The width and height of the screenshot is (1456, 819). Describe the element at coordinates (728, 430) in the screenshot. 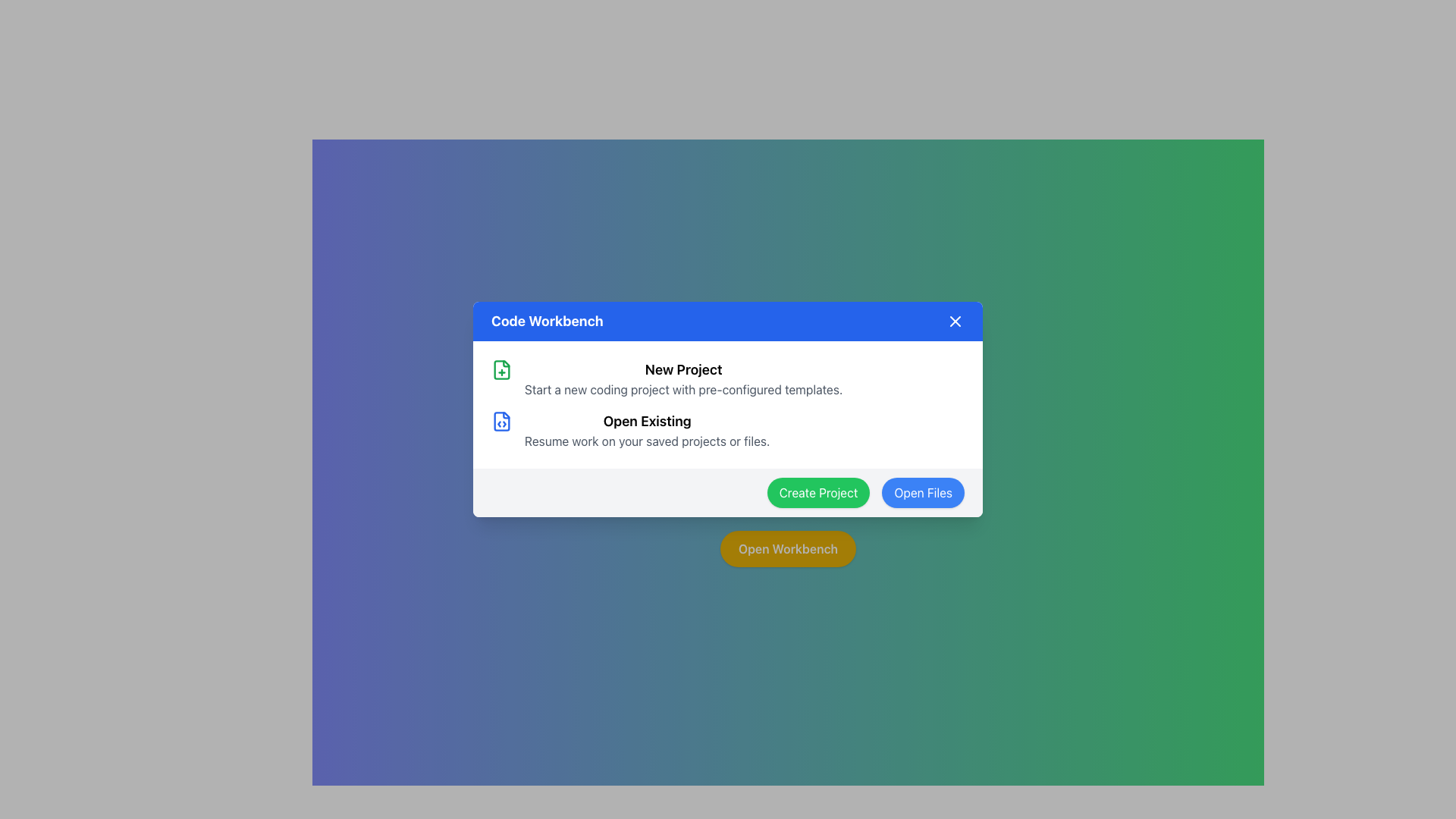

I see `the clickable item with an icon and text description that allows access to previously saved projects or files, located below 'New Project' and above 'Create Project' and 'Open Files'` at that location.